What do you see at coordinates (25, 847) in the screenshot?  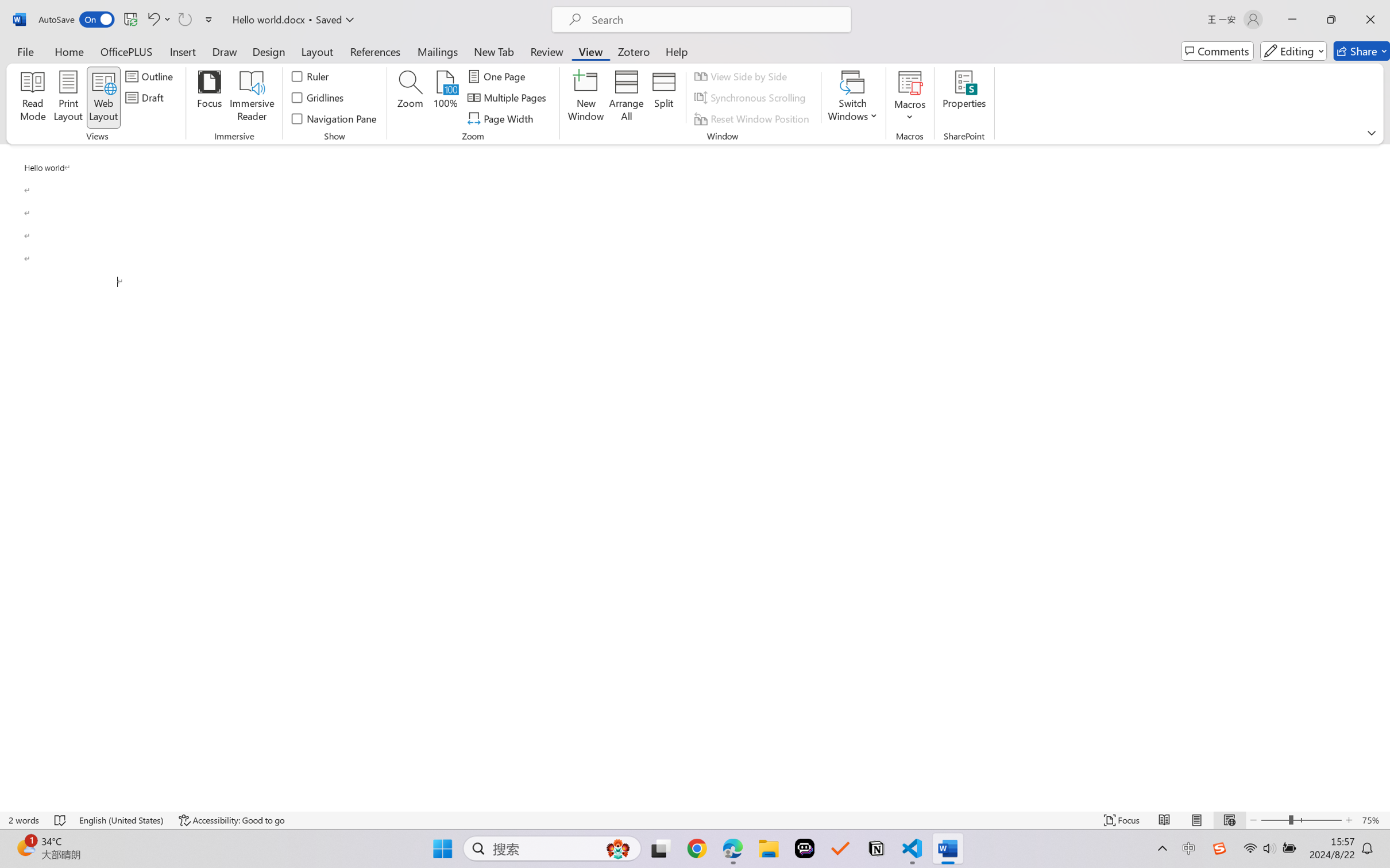 I see `'AutomationID: BadgeAnchorLargeTicker'` at bounding box center [25, 847].